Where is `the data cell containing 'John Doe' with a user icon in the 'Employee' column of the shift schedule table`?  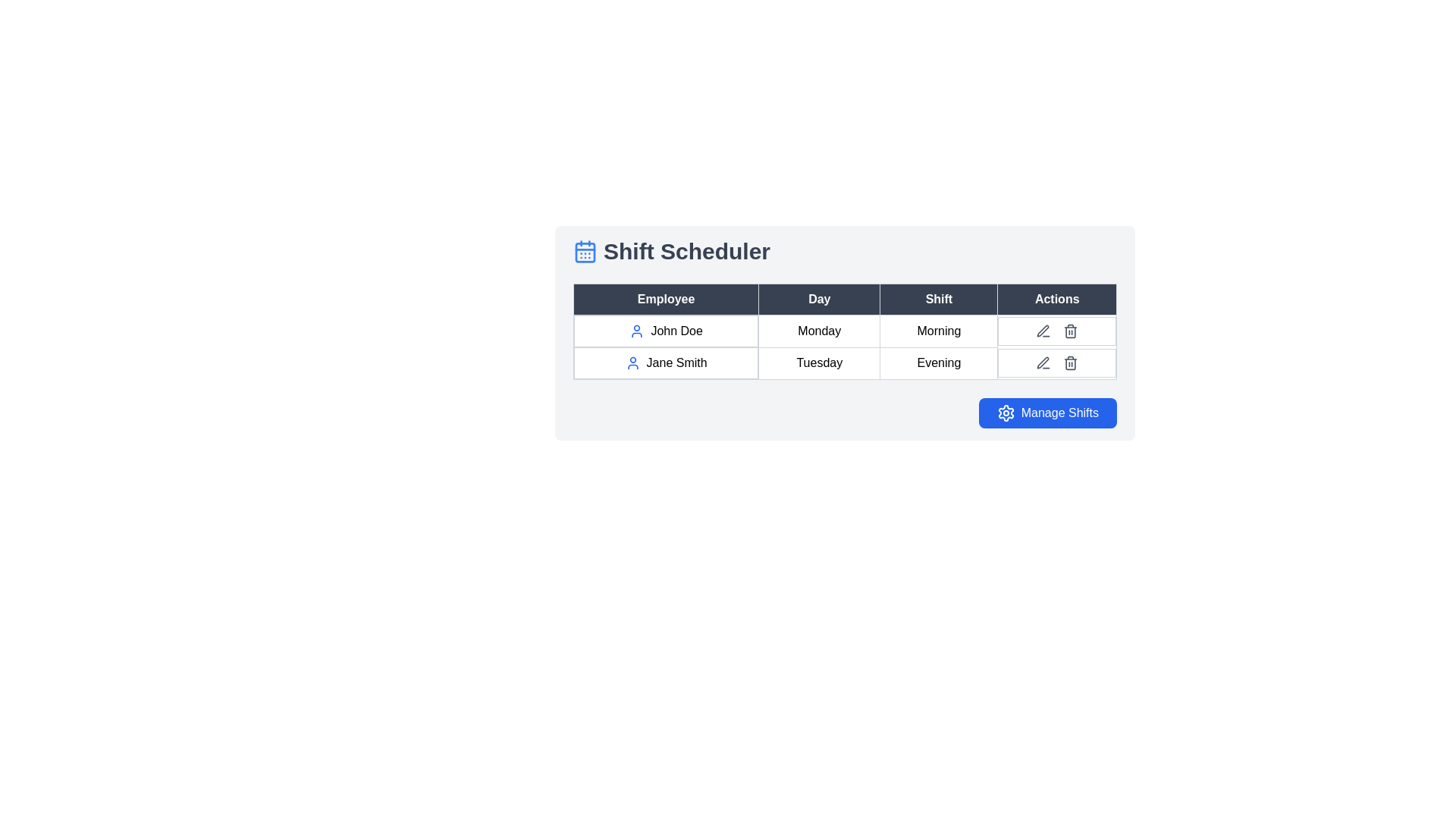
the data cell containing 'John Doe' with a user icon in the 'Employee' column of the shift schedule table is located at coordinates (666, 330).